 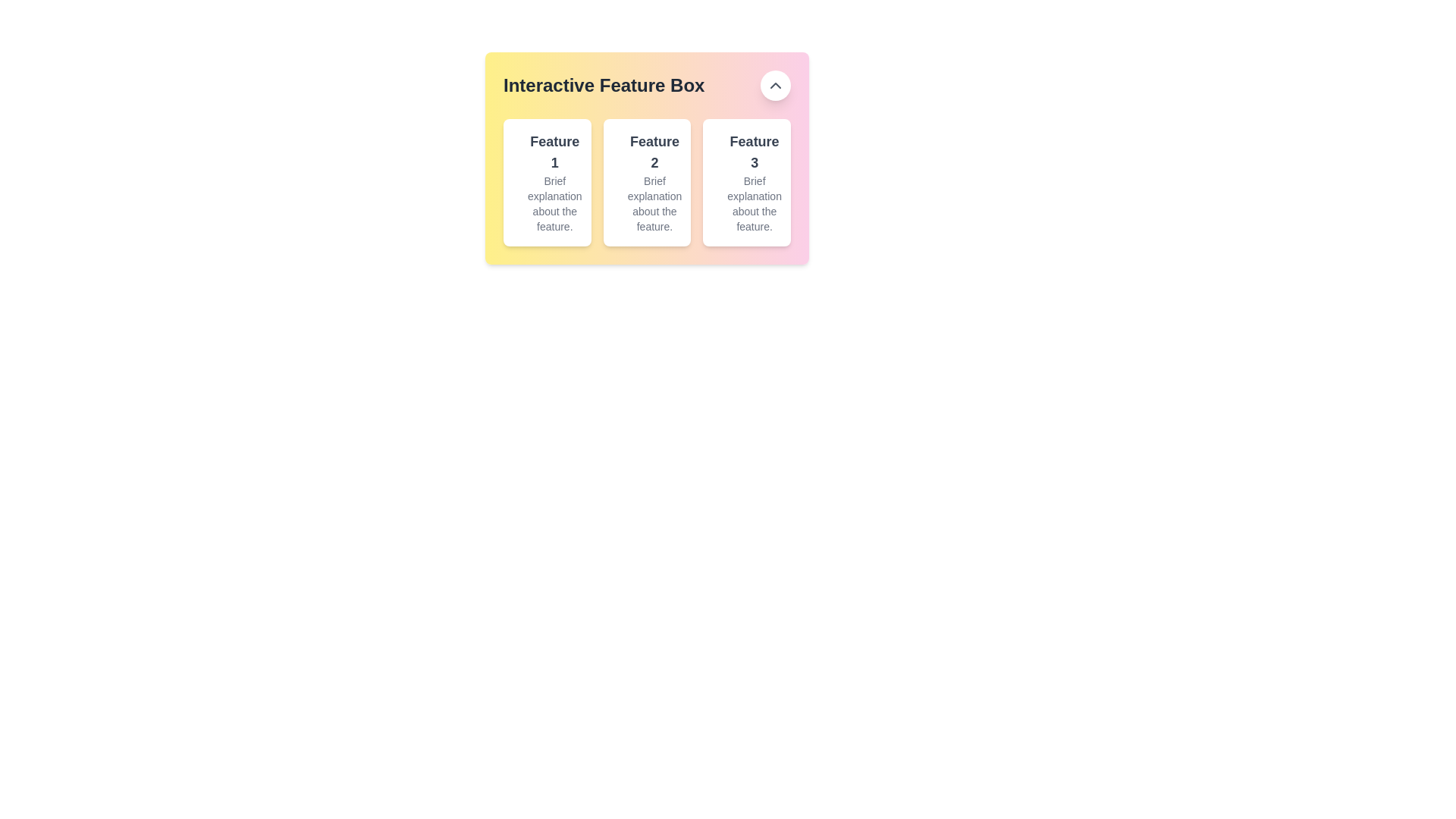 I want to click on the text description for Feature 2 to trigger potential tooltips, so click(x=654, y=181).